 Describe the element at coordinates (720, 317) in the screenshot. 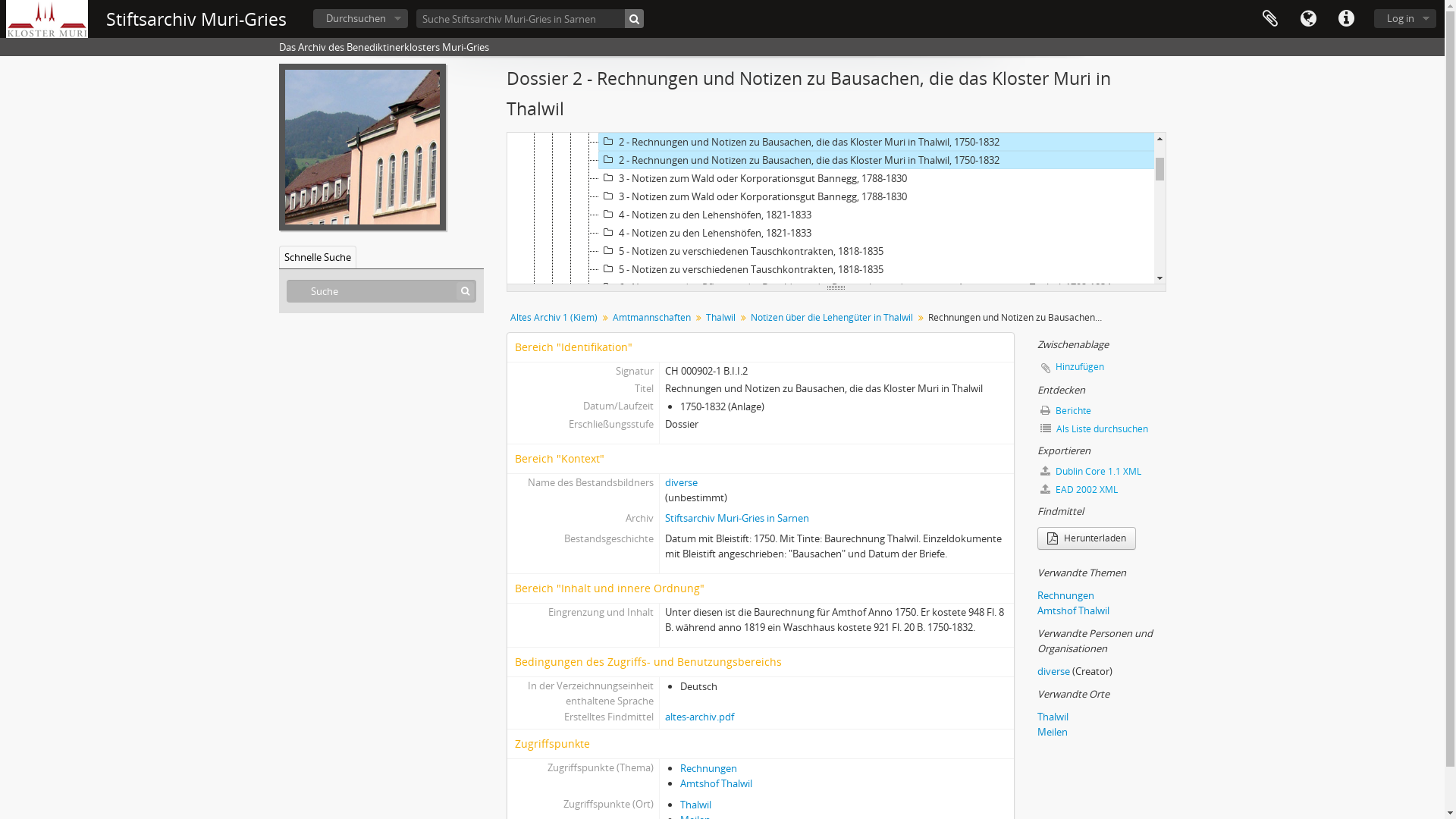

I see `'Thalwil'` at that location.